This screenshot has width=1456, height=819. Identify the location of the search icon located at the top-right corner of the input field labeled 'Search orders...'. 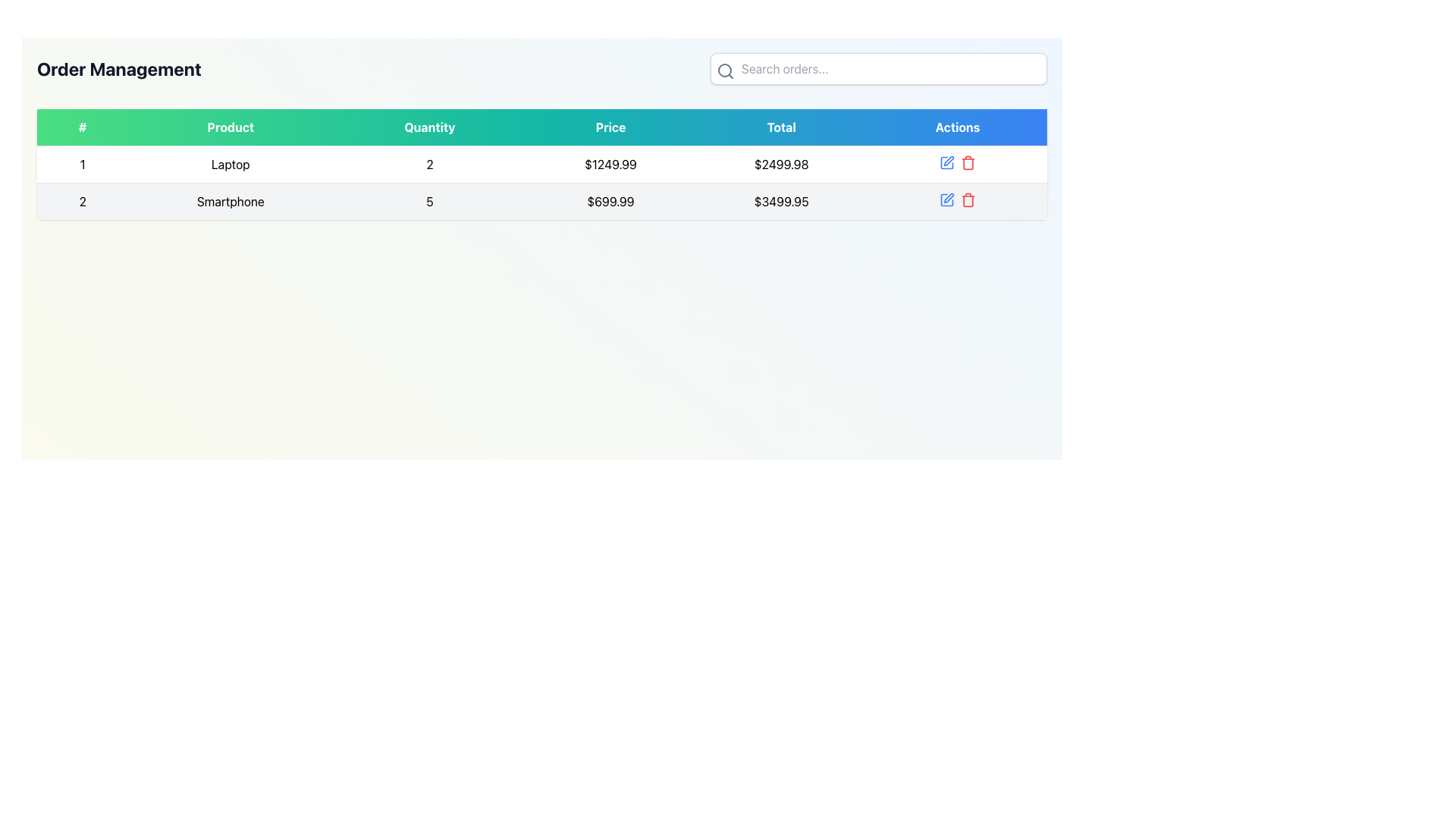
(724, 71).